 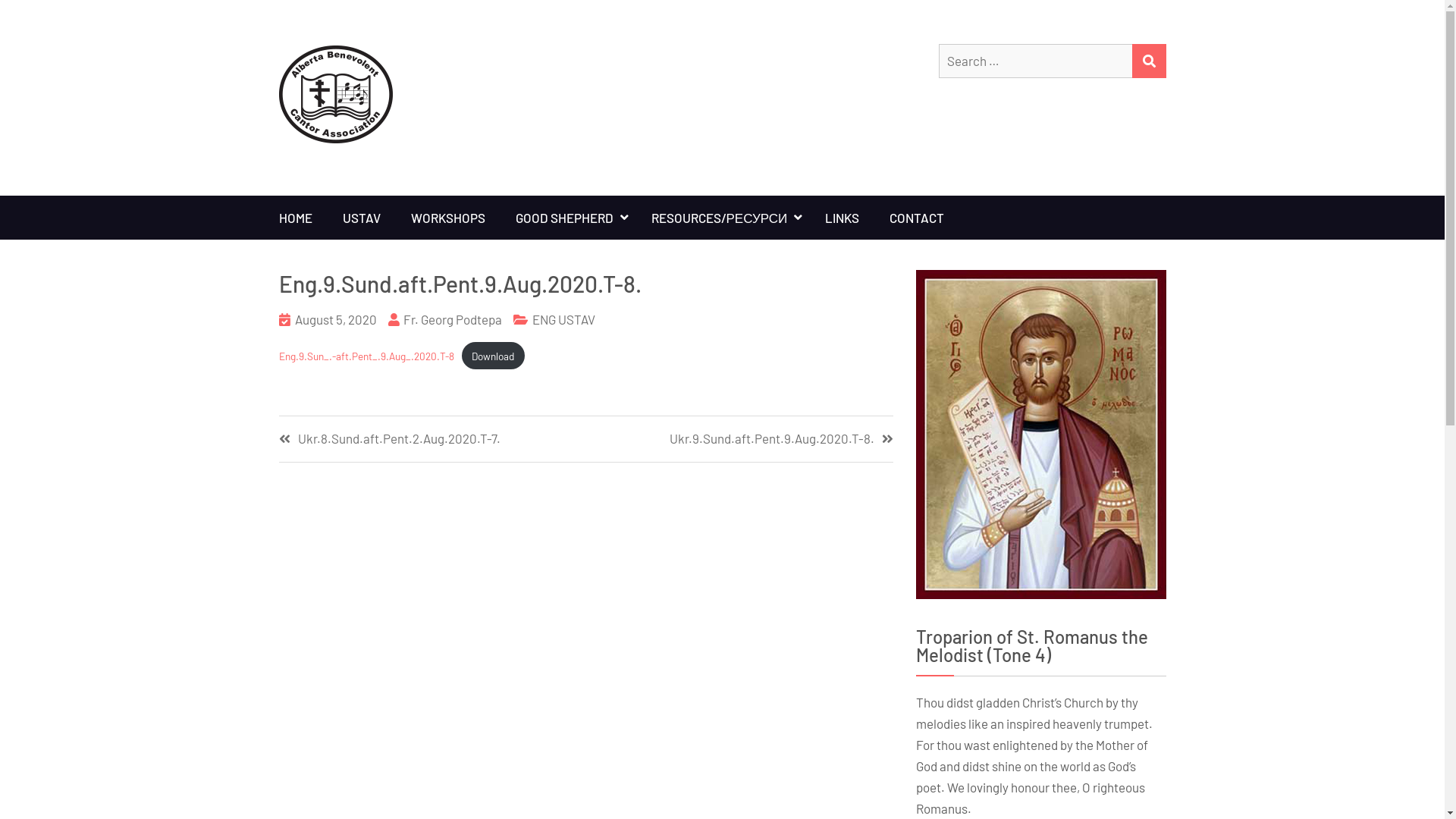 I want to click on 'Eng.9.Sun_.-aft.Pent_.9.Aug_.2020.T-8', so click(x=366, y=356).